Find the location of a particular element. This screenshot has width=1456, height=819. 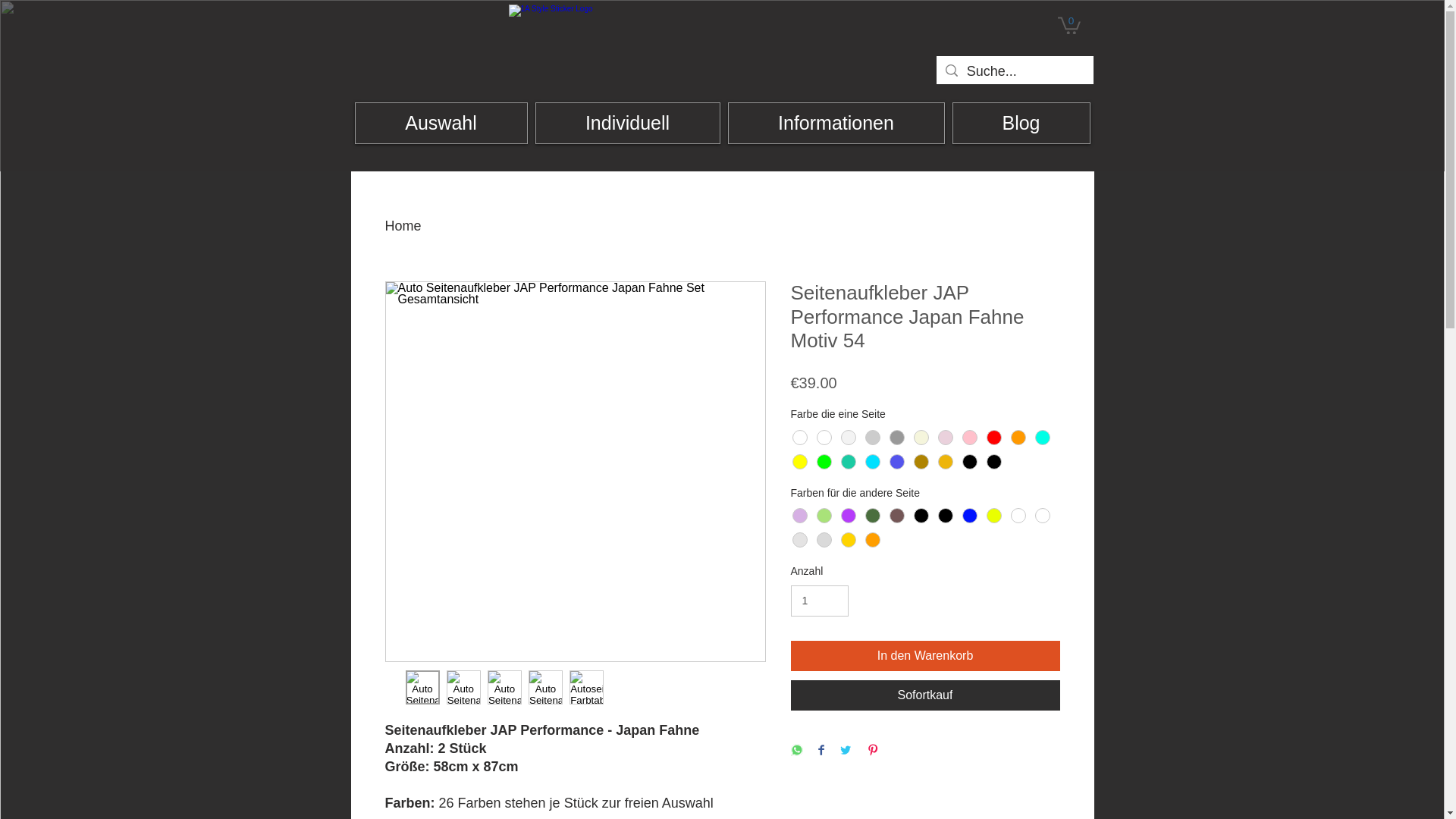

'In den Warenkorb' is located at coordinates (924, 654).